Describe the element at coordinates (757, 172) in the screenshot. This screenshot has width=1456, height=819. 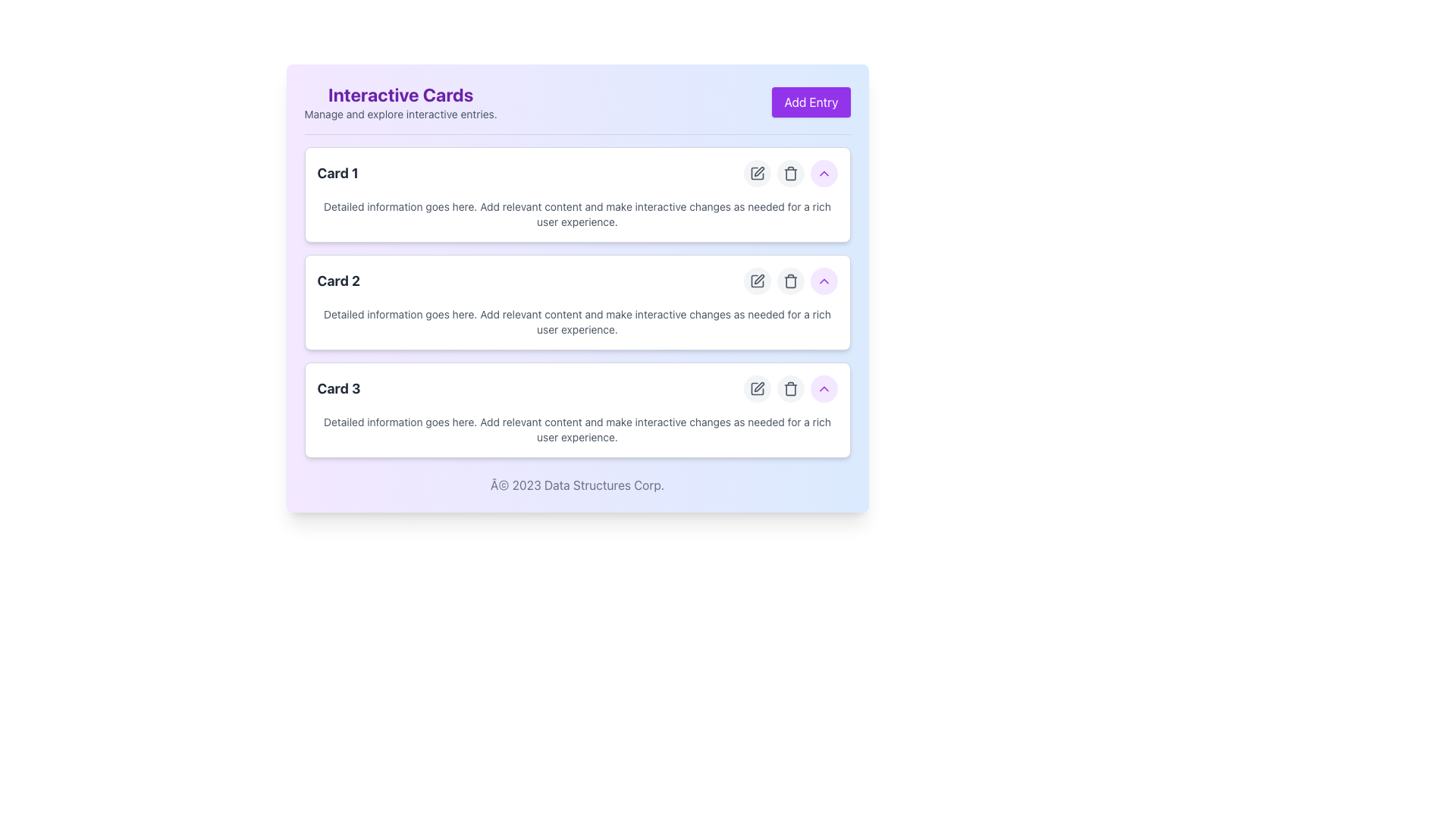
I see `the edit button icon, which is a small gray square with a pen symbol on the right side of 'Card 1' in the interactive card layout` at that location.